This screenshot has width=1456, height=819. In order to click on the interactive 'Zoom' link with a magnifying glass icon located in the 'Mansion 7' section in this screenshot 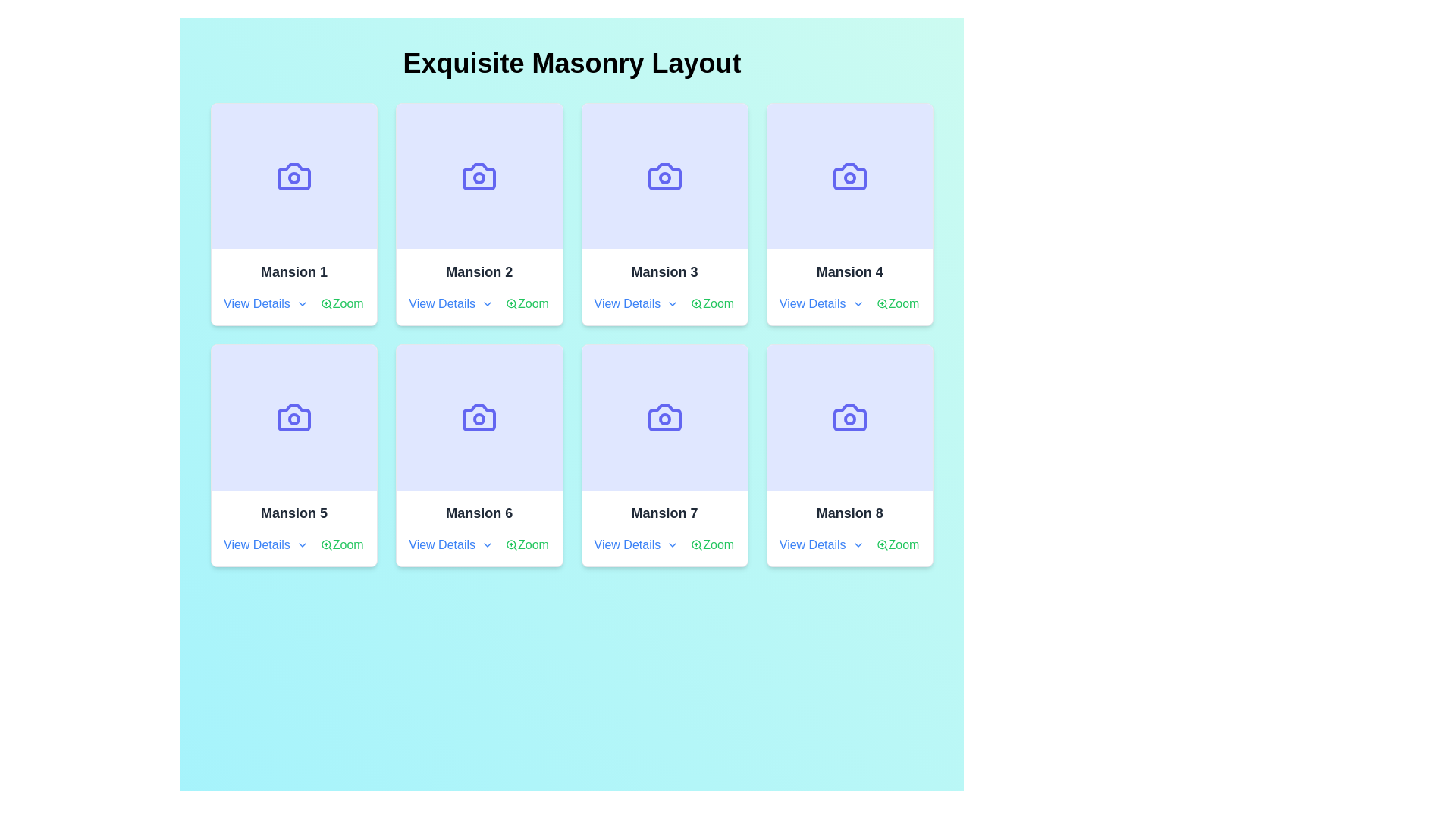, I will do `click(711, 544)`.